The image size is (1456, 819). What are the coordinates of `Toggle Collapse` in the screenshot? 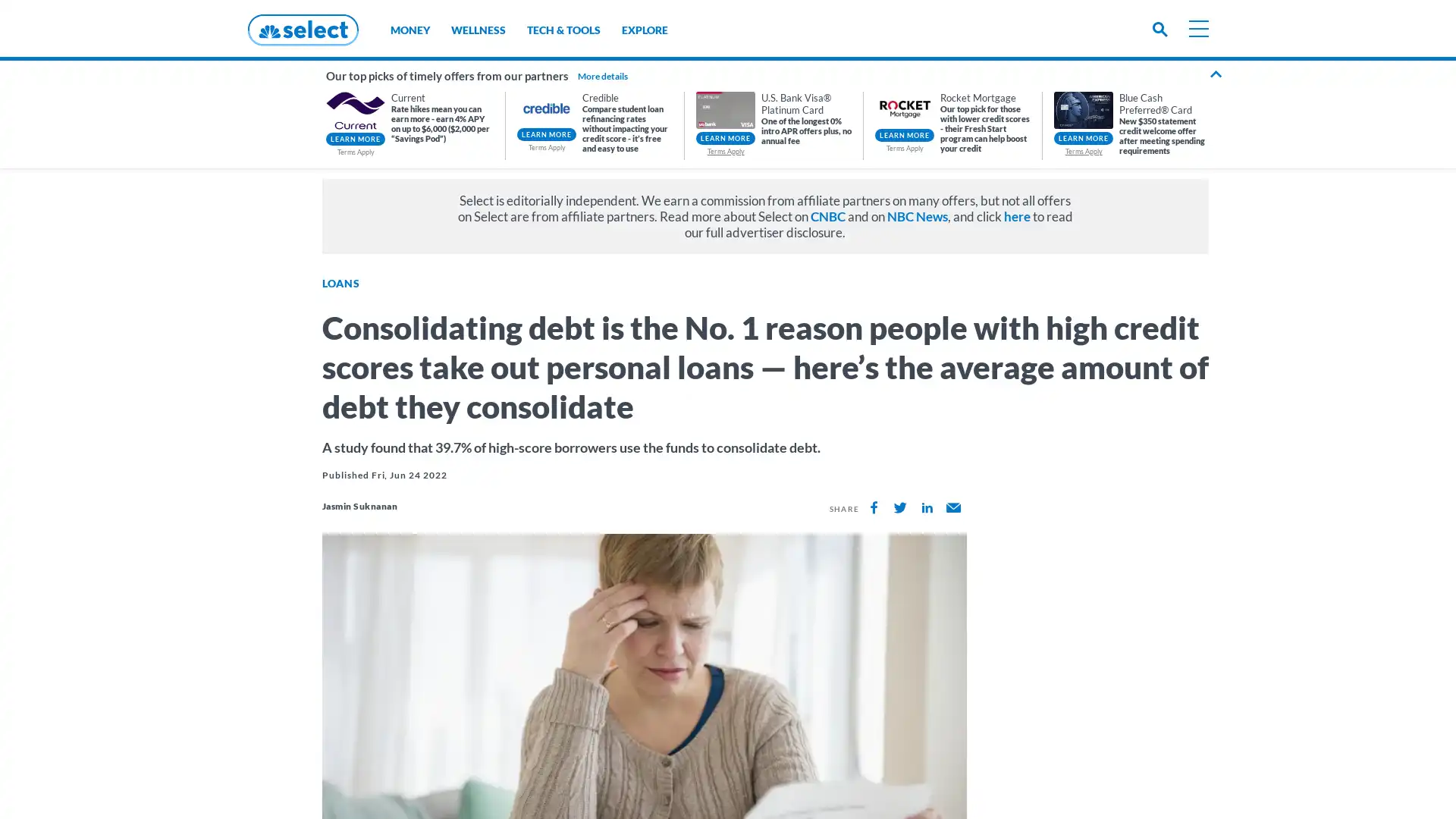 It's located at (1216, 76).